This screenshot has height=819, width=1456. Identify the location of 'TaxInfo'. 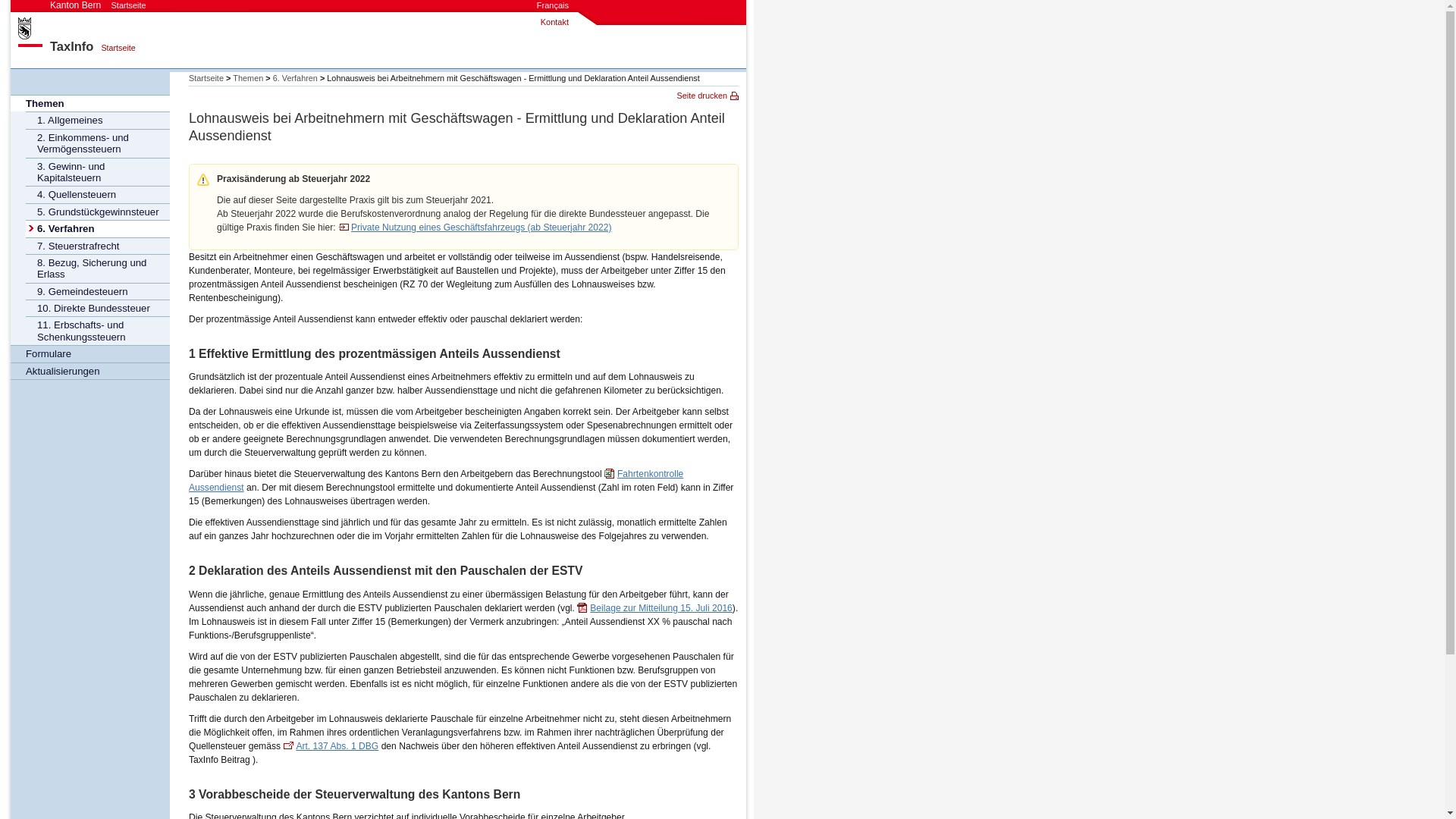
(71, 45).